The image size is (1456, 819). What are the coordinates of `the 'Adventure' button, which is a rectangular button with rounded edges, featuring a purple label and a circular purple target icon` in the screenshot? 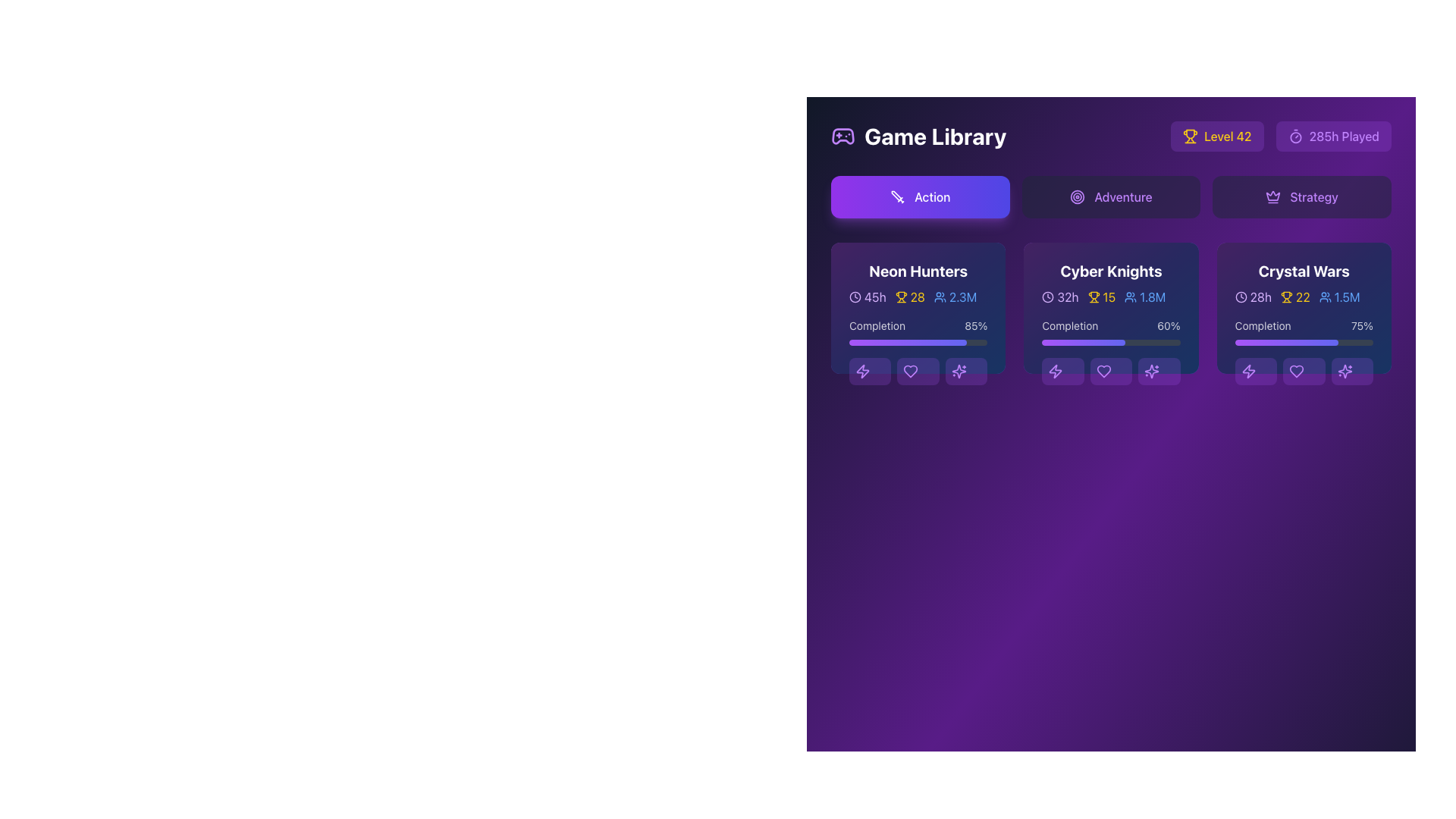 It's located at (1111, 196).